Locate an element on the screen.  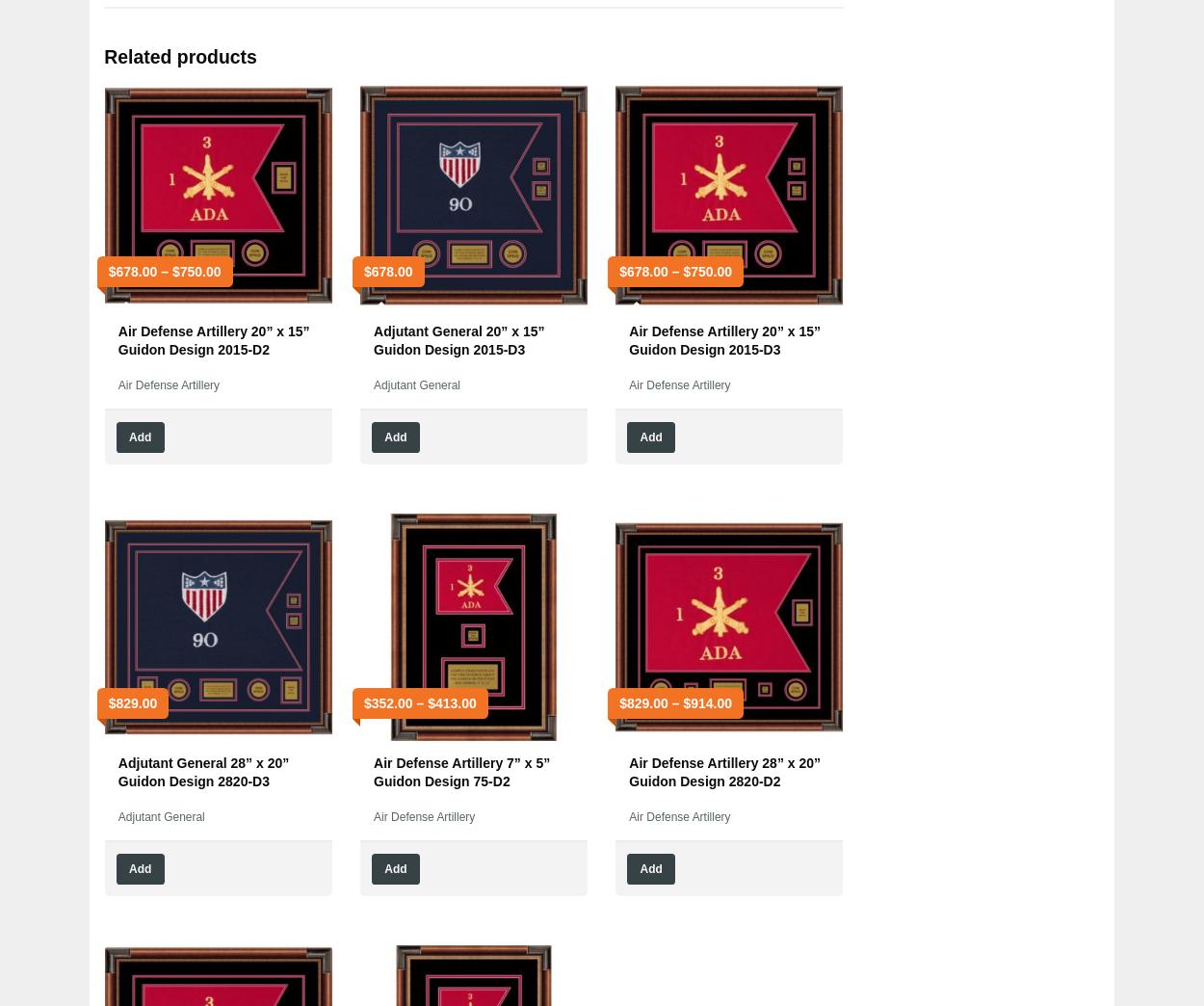
'Adjutant General 28” x 20” Guidon Design 2820-D3' is located at coordinates (202, 770).